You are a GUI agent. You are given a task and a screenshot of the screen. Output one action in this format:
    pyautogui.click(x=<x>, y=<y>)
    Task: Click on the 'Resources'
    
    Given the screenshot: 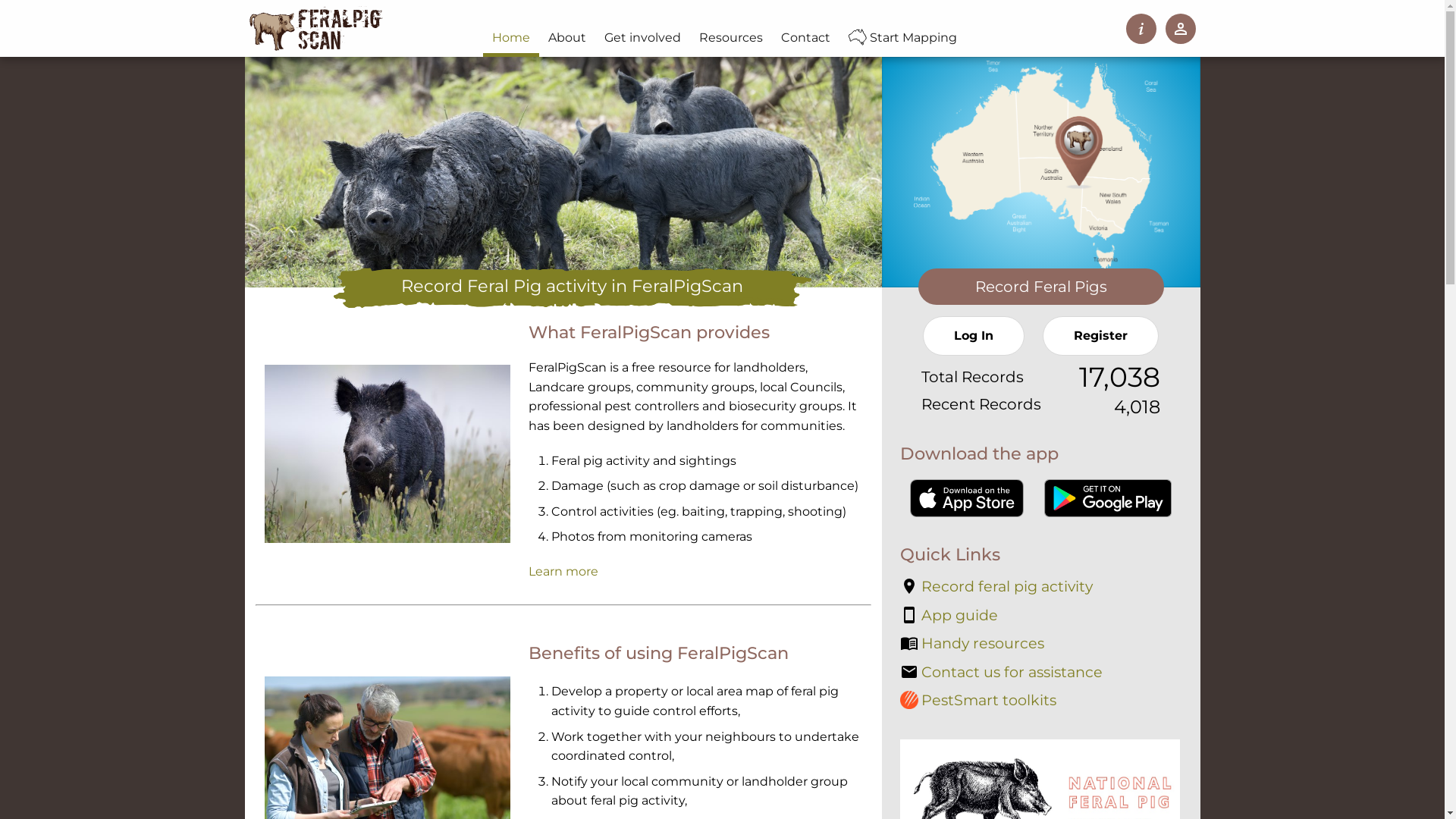 What is the action you would take?
    pyautogui.click(x=731, y=37)
    